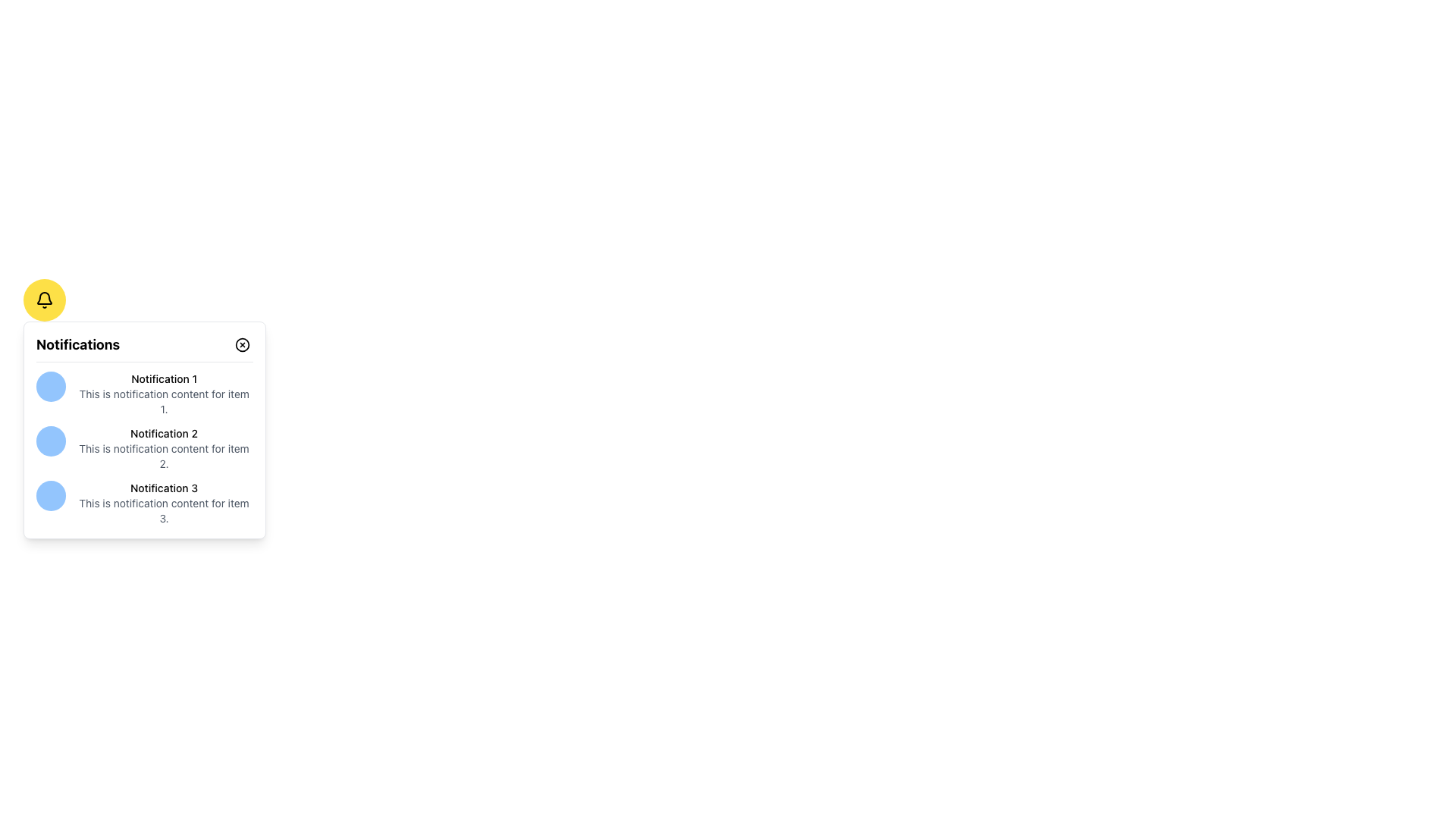 The width and height of the screenshot is (1456, 819). What do you see at coordinates (164, 455) in the screenshot?
I see `text component displaying 'This is notification content for item 2.' located within the second notification card titled 'Notification 2.'` at bounding box center [164, 455].